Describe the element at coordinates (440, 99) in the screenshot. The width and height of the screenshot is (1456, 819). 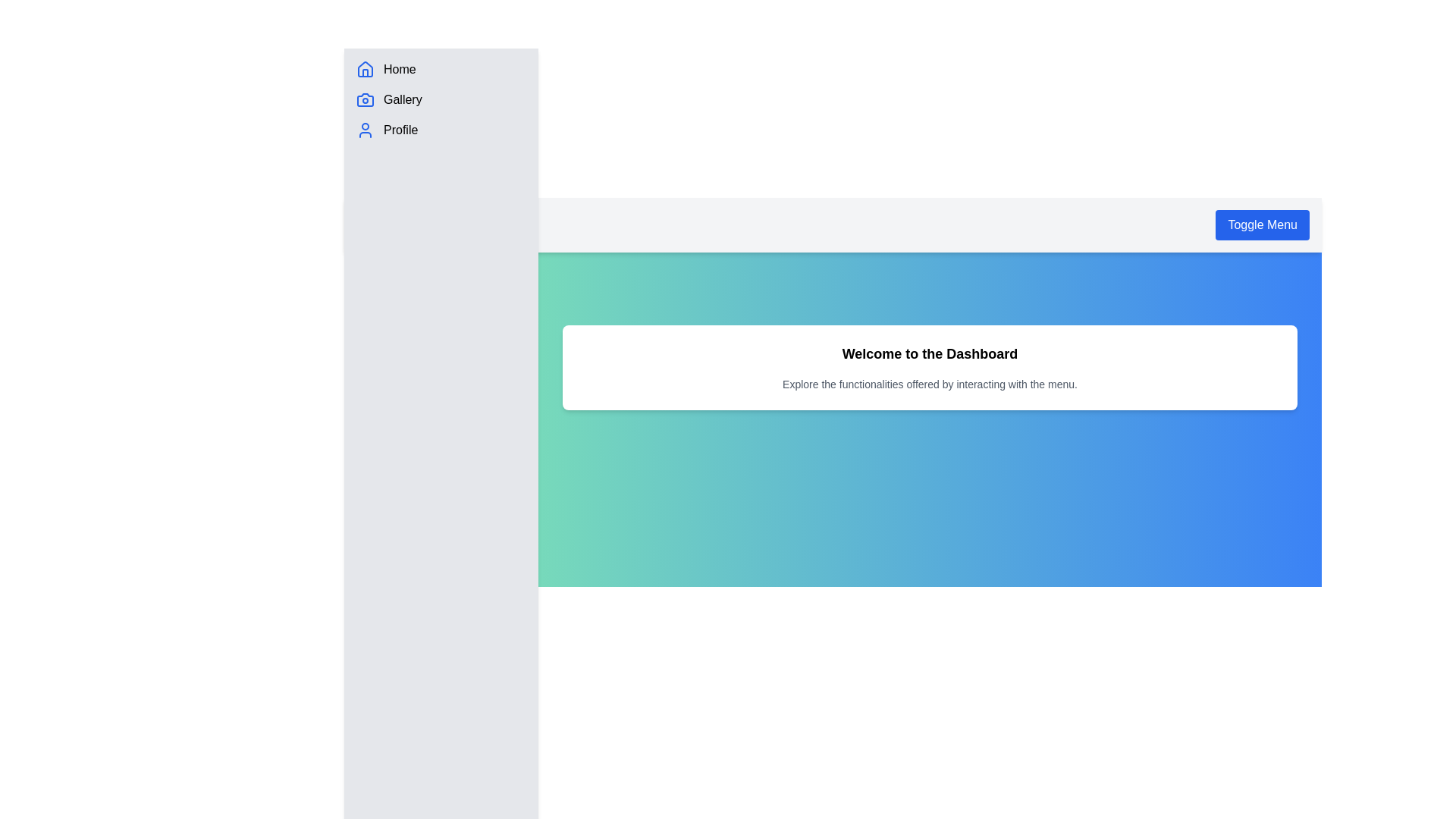
I see `the 'Gallery' menu item, which is the second item in a vertical list within the sidebar` at that location.